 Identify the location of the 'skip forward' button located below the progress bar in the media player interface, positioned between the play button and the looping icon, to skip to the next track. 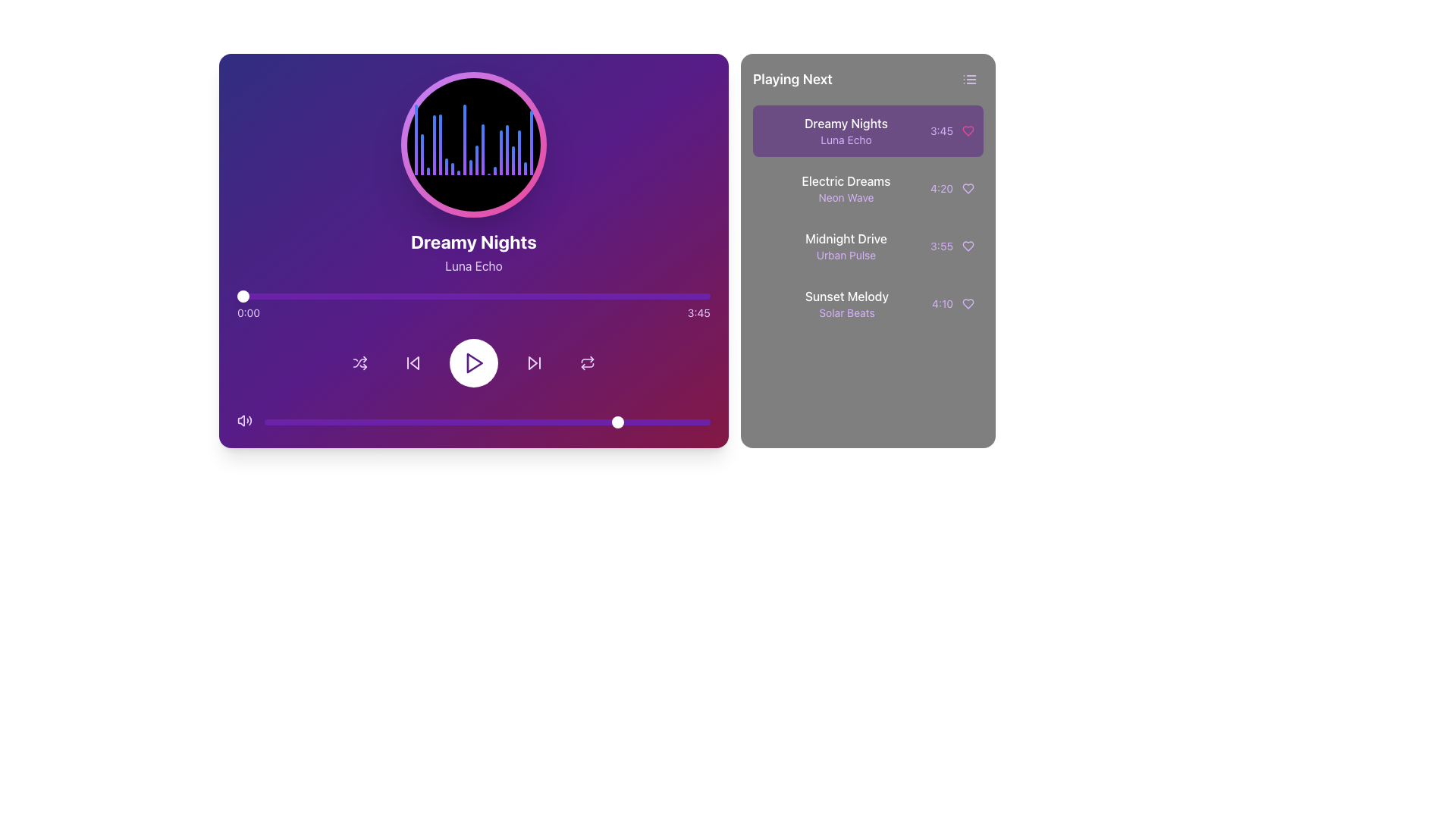
(535, 362).